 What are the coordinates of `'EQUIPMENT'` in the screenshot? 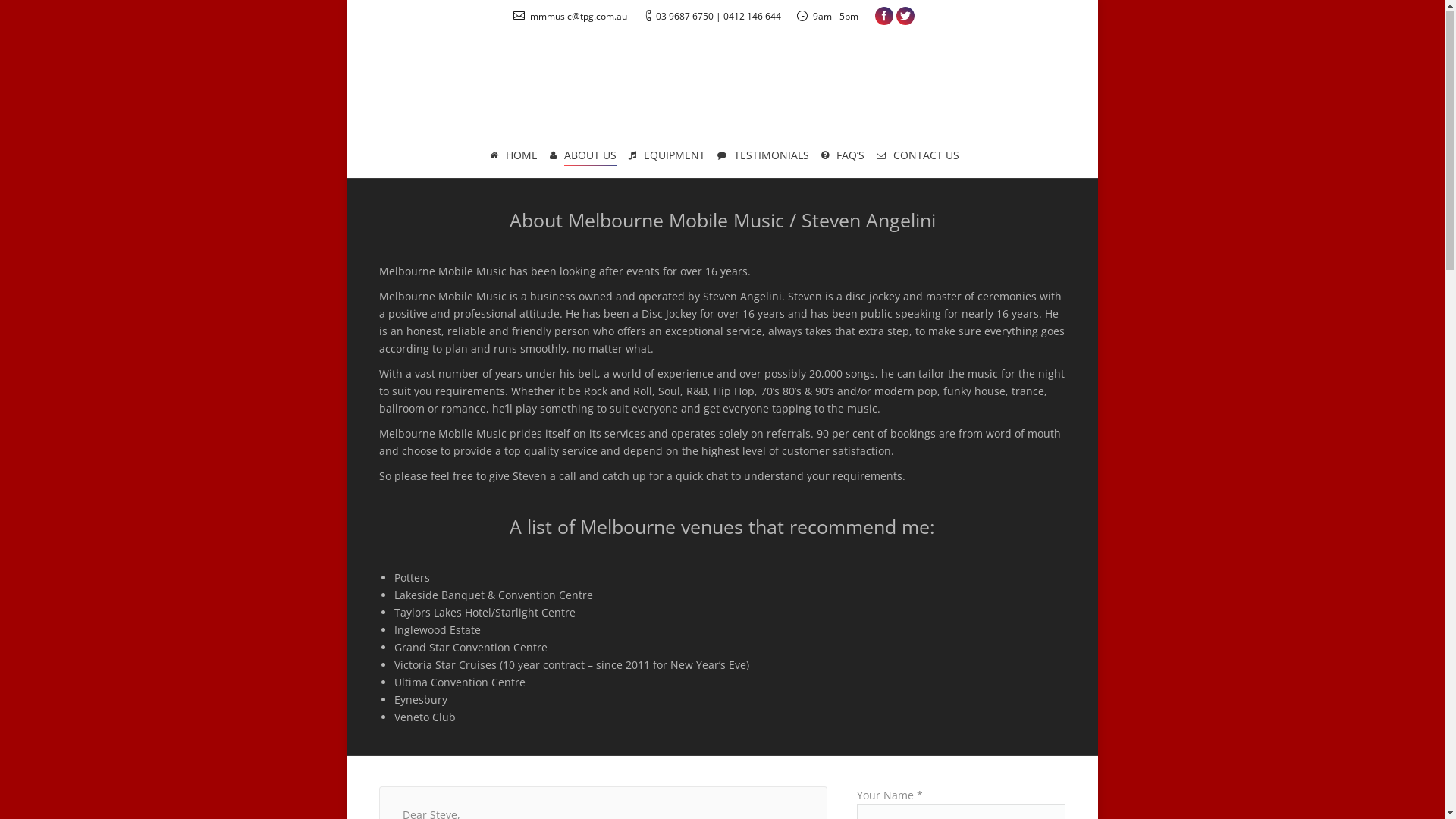 It's located at (667, 157).